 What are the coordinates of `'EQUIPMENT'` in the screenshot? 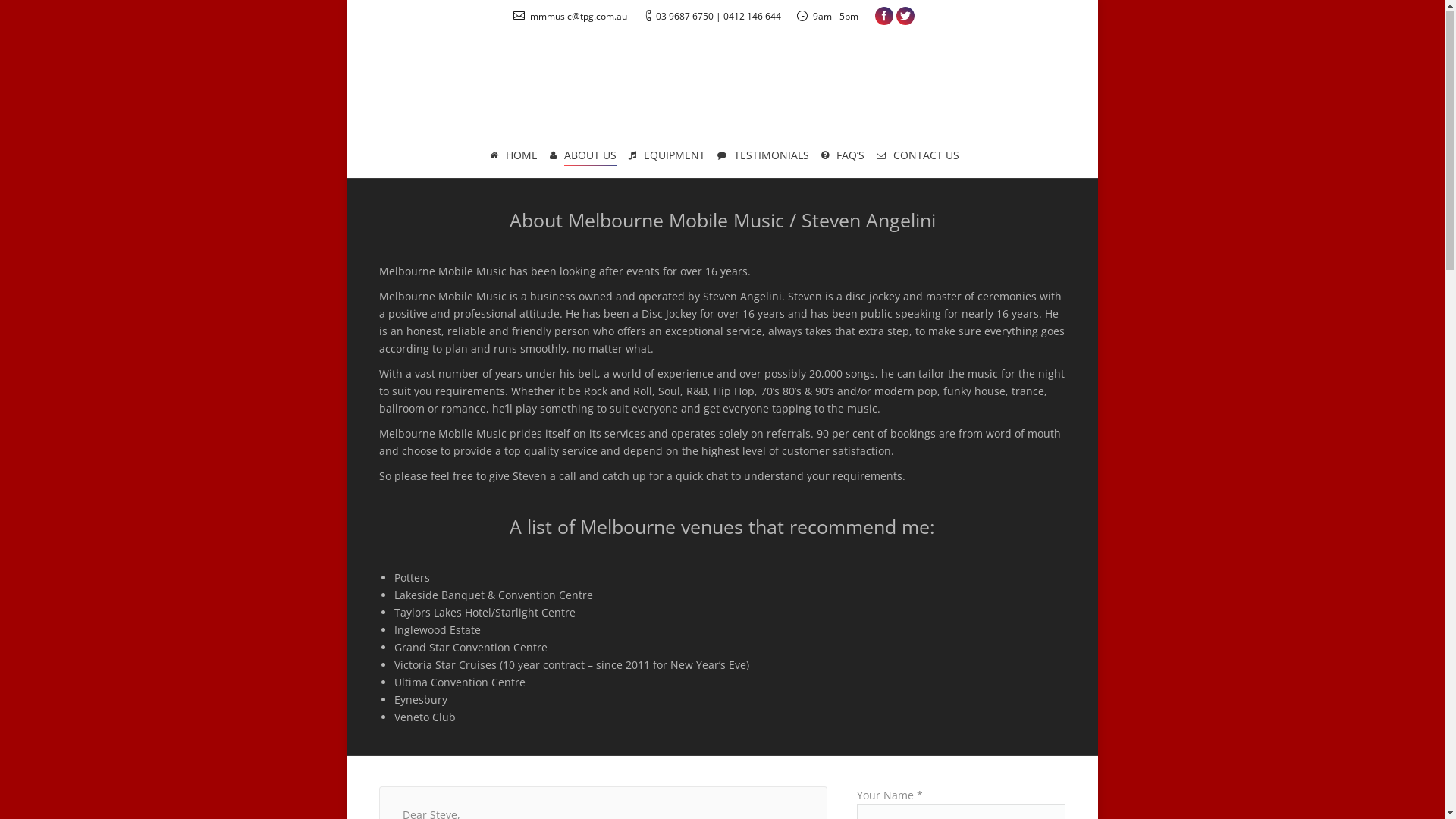 It's located at (667, 157).